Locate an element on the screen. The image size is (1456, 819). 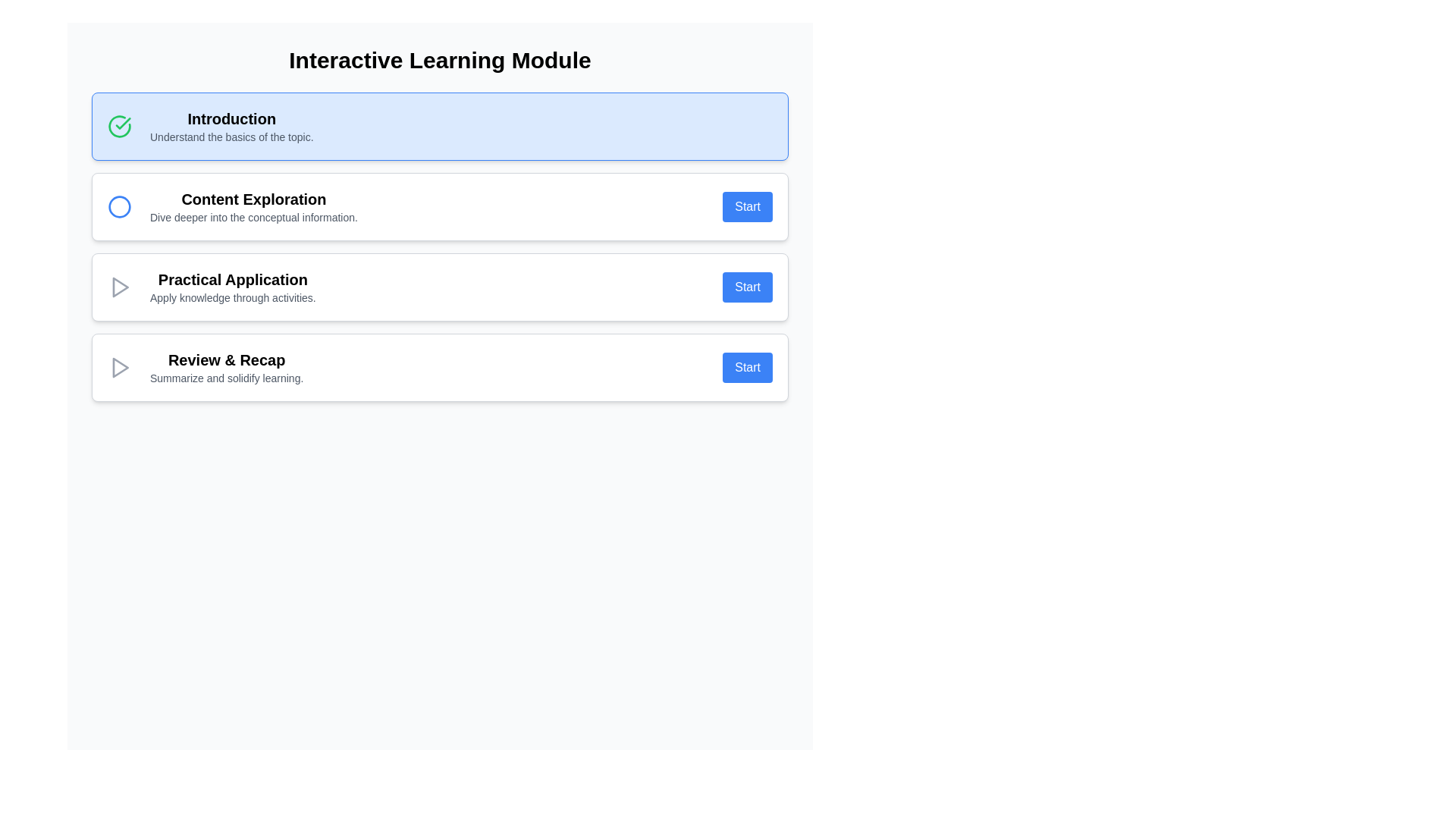
text element providing a brief description or subtitle for the module labeled 'Practical Application', located directly below the heading of the same name is located at coordinates (232, 298).